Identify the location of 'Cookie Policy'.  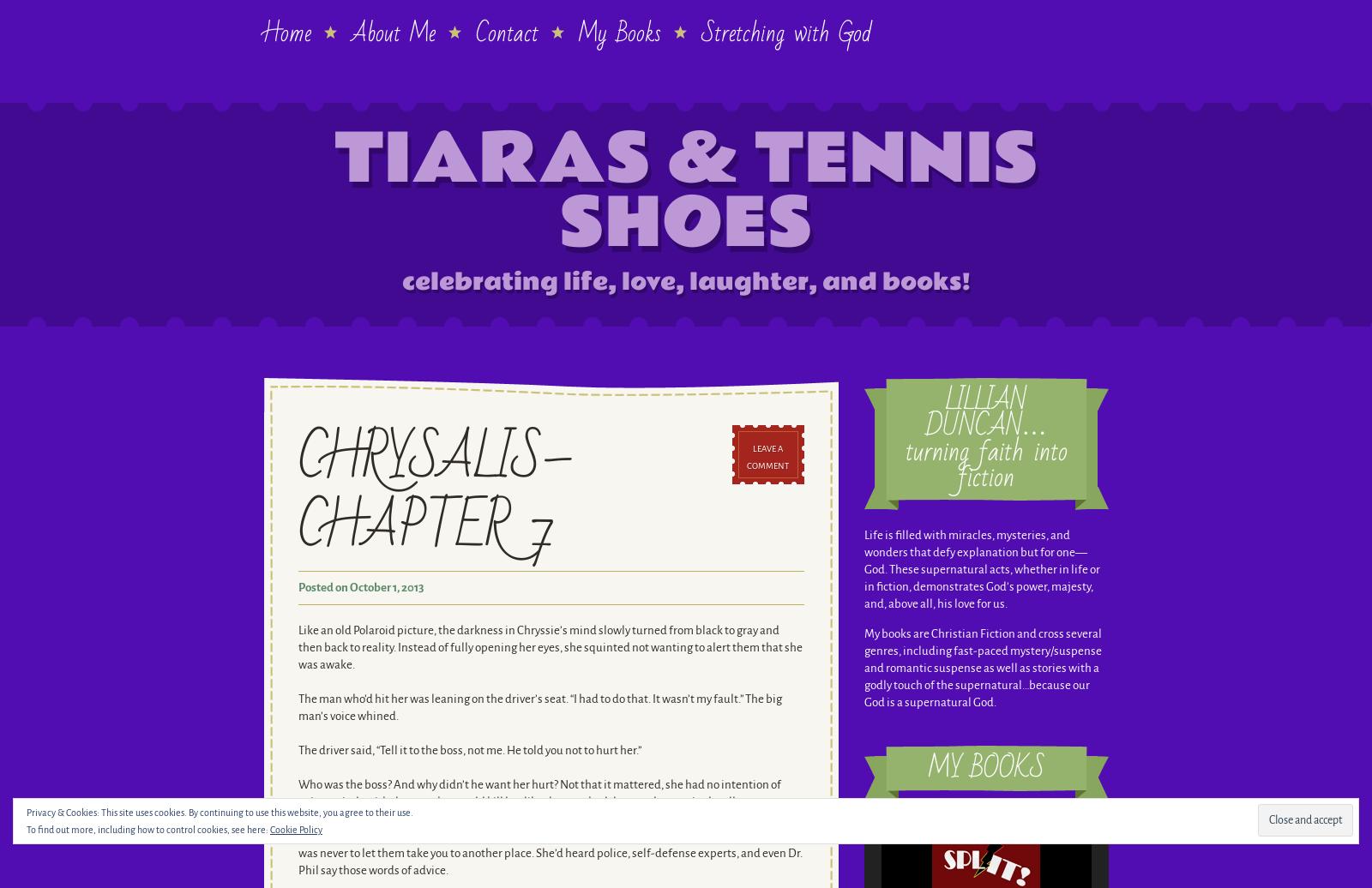
(296, 830).